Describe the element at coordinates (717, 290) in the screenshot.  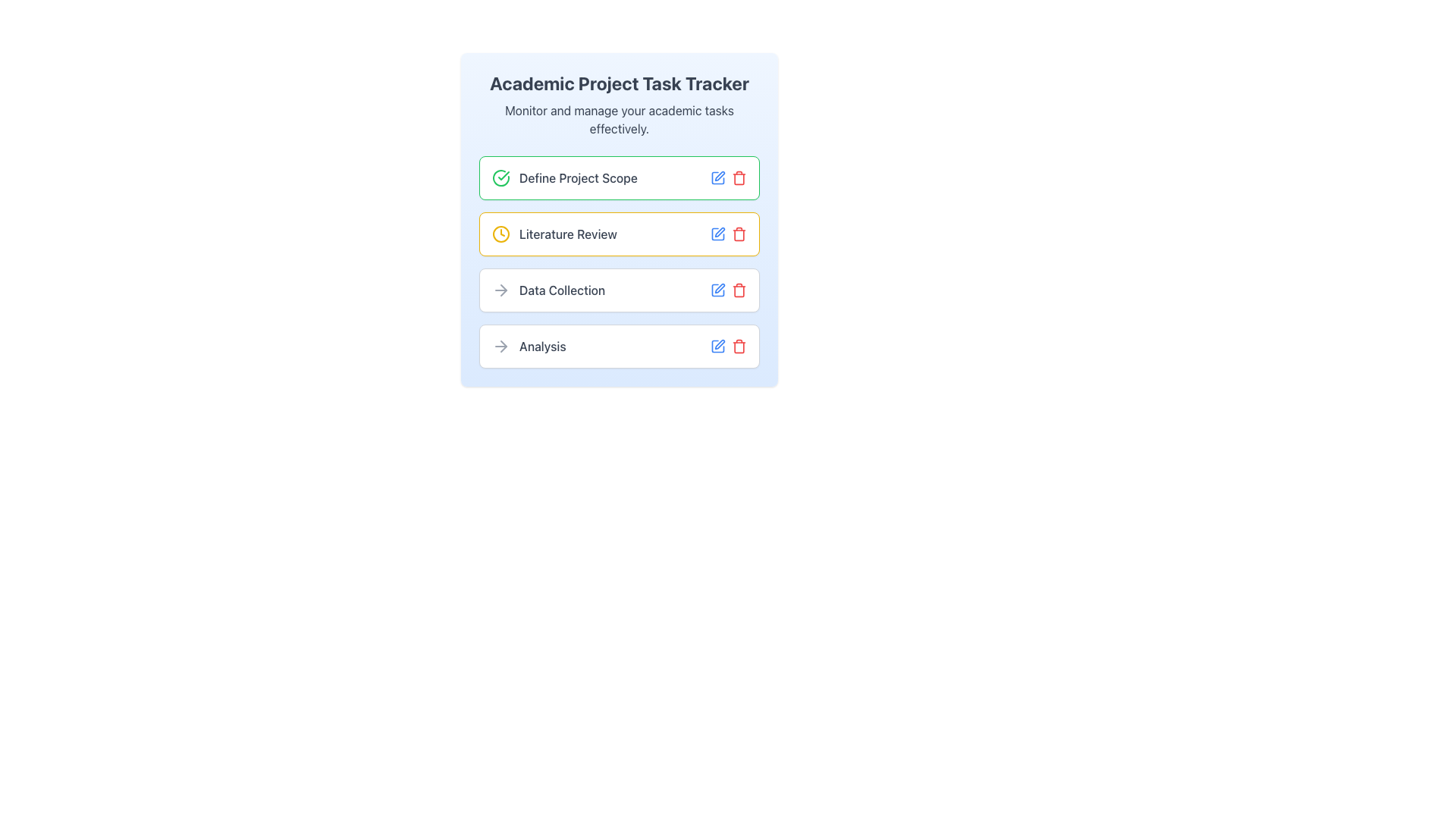
I see `the editing icon for the 'Data Collection' task` at that location.